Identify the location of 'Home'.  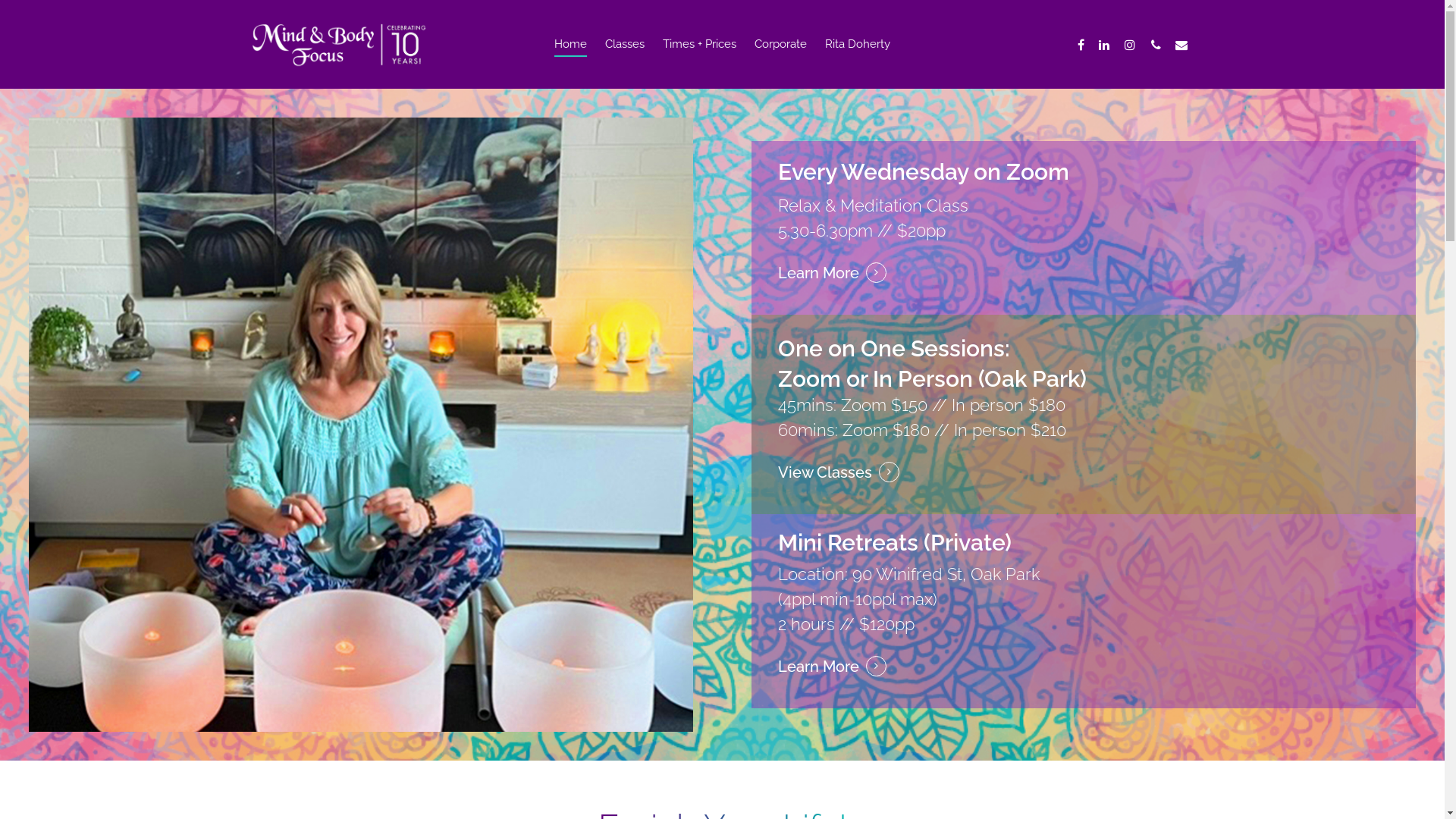
(570, 55).